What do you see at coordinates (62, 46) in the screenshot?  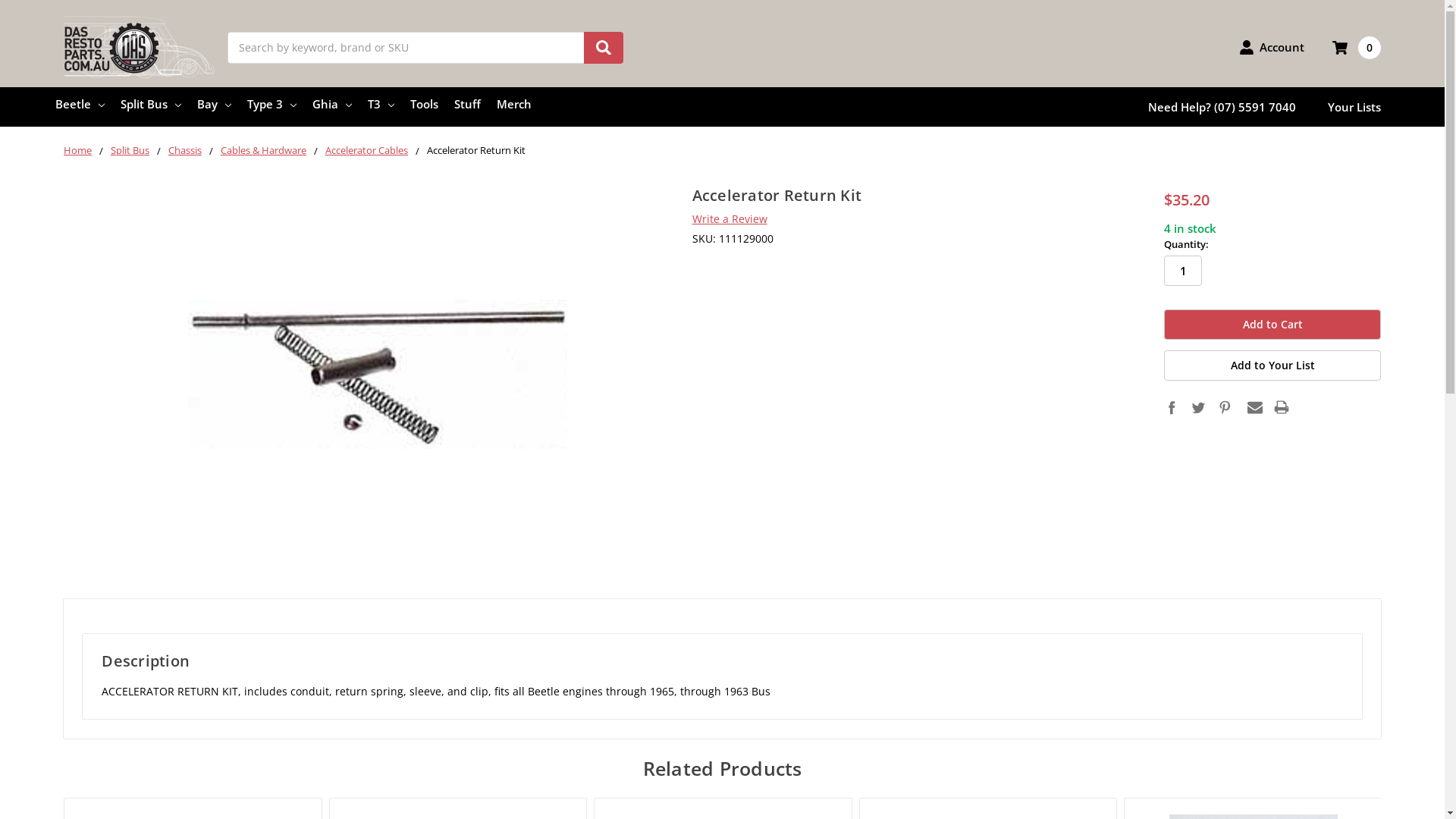 I see `'Das Resto Parts'` at bounding box center [62, 46].